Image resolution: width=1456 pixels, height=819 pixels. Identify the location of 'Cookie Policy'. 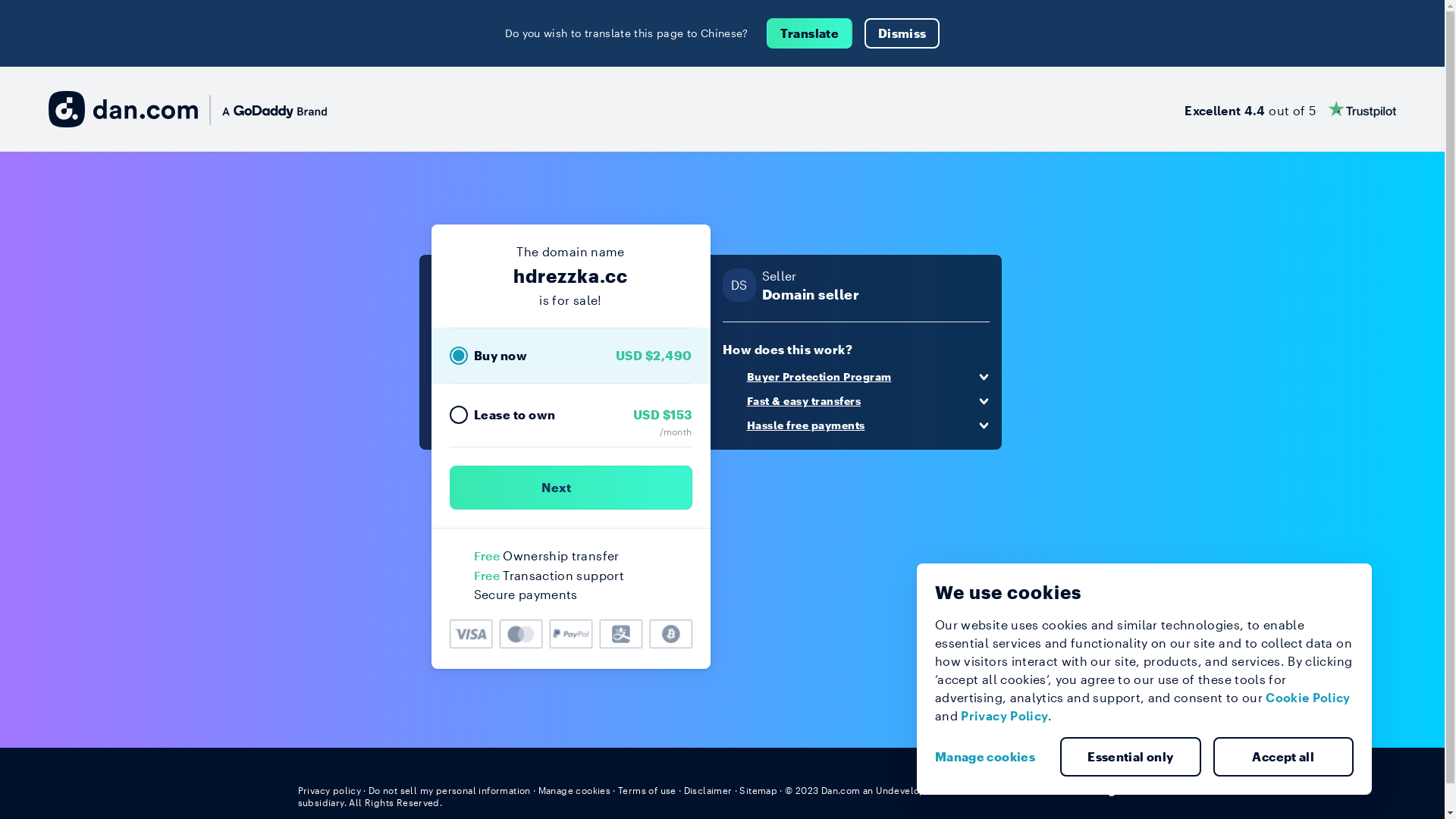
(1307, 697).